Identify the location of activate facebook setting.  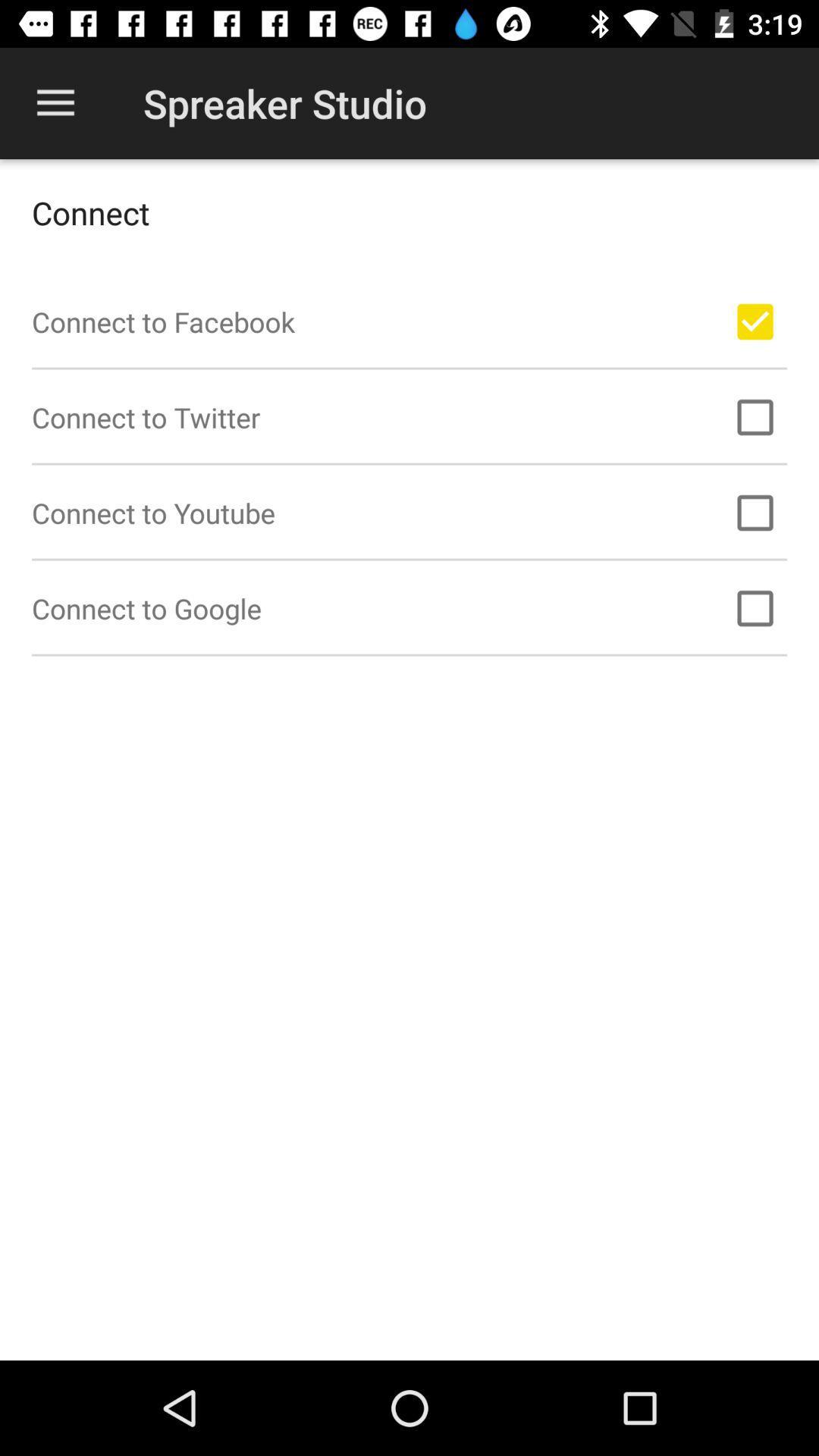
(755, 321).